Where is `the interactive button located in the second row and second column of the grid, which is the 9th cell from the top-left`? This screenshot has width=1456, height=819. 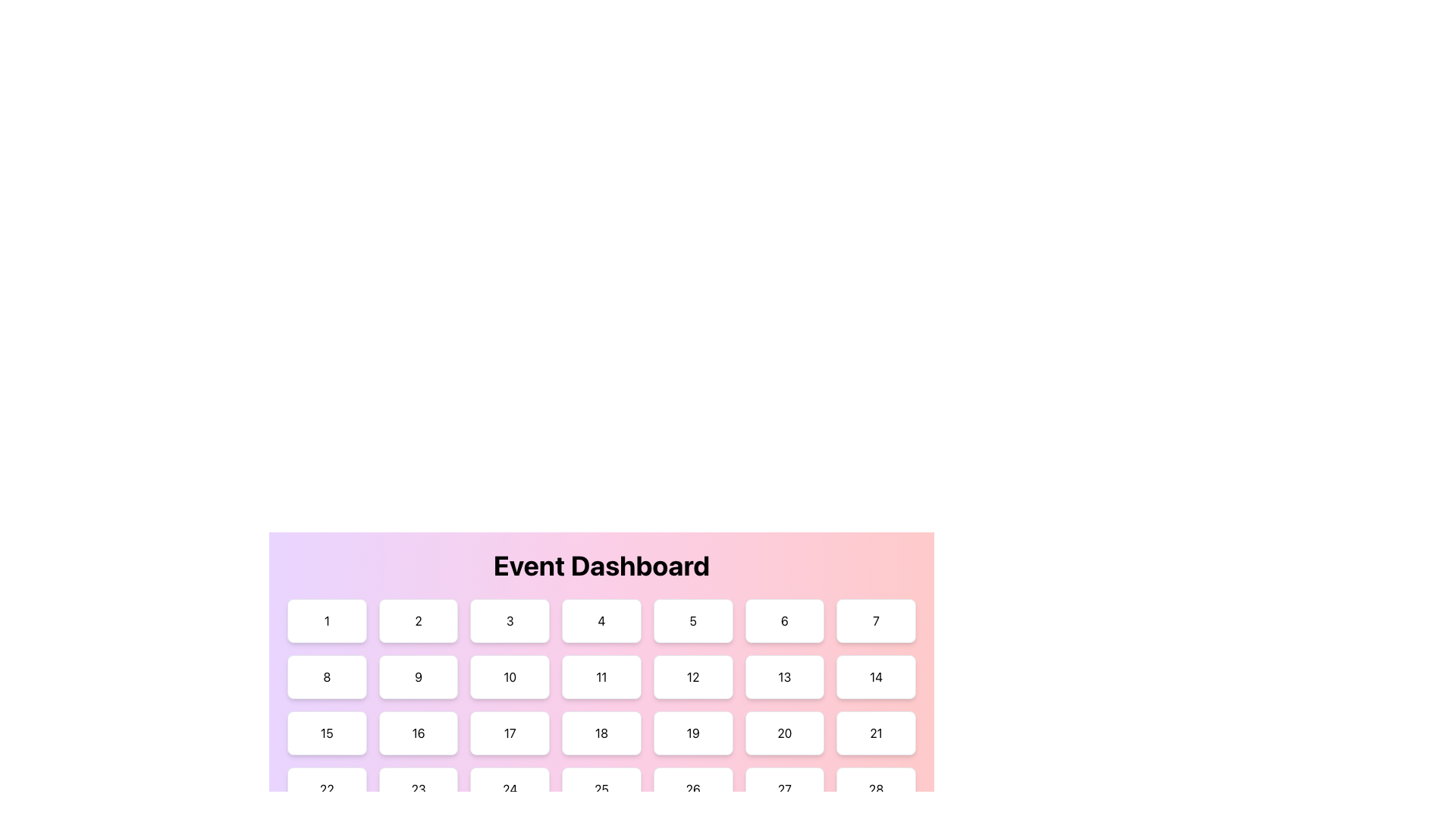 the interactive button located in the second row and second column of the grid, which is the 9th cell from the top-left is located at coordinates (419, 676).